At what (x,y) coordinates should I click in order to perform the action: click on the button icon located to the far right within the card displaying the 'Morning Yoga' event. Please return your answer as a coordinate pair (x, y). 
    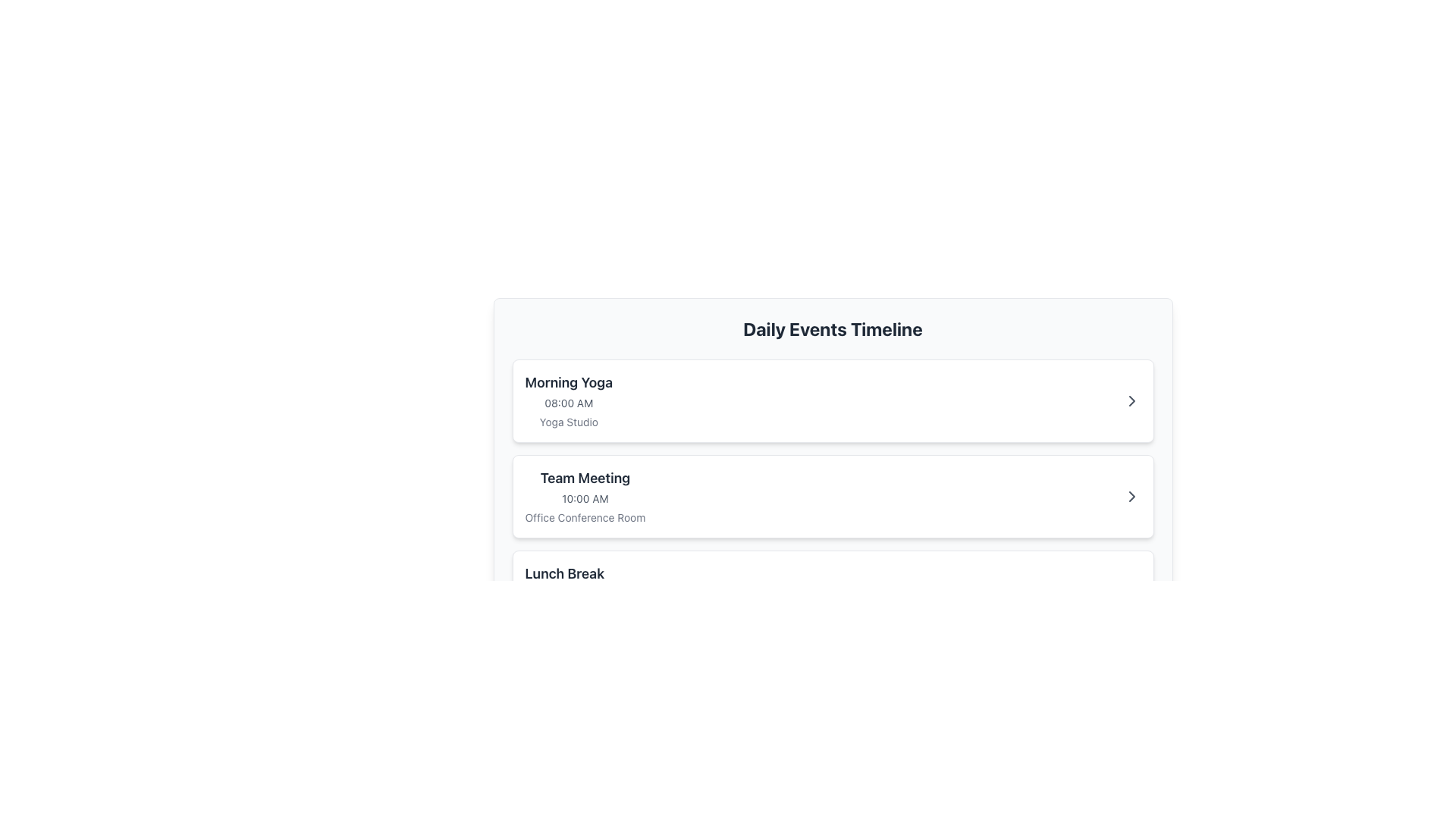
    Looking at the image, I should click on (1131, 400).